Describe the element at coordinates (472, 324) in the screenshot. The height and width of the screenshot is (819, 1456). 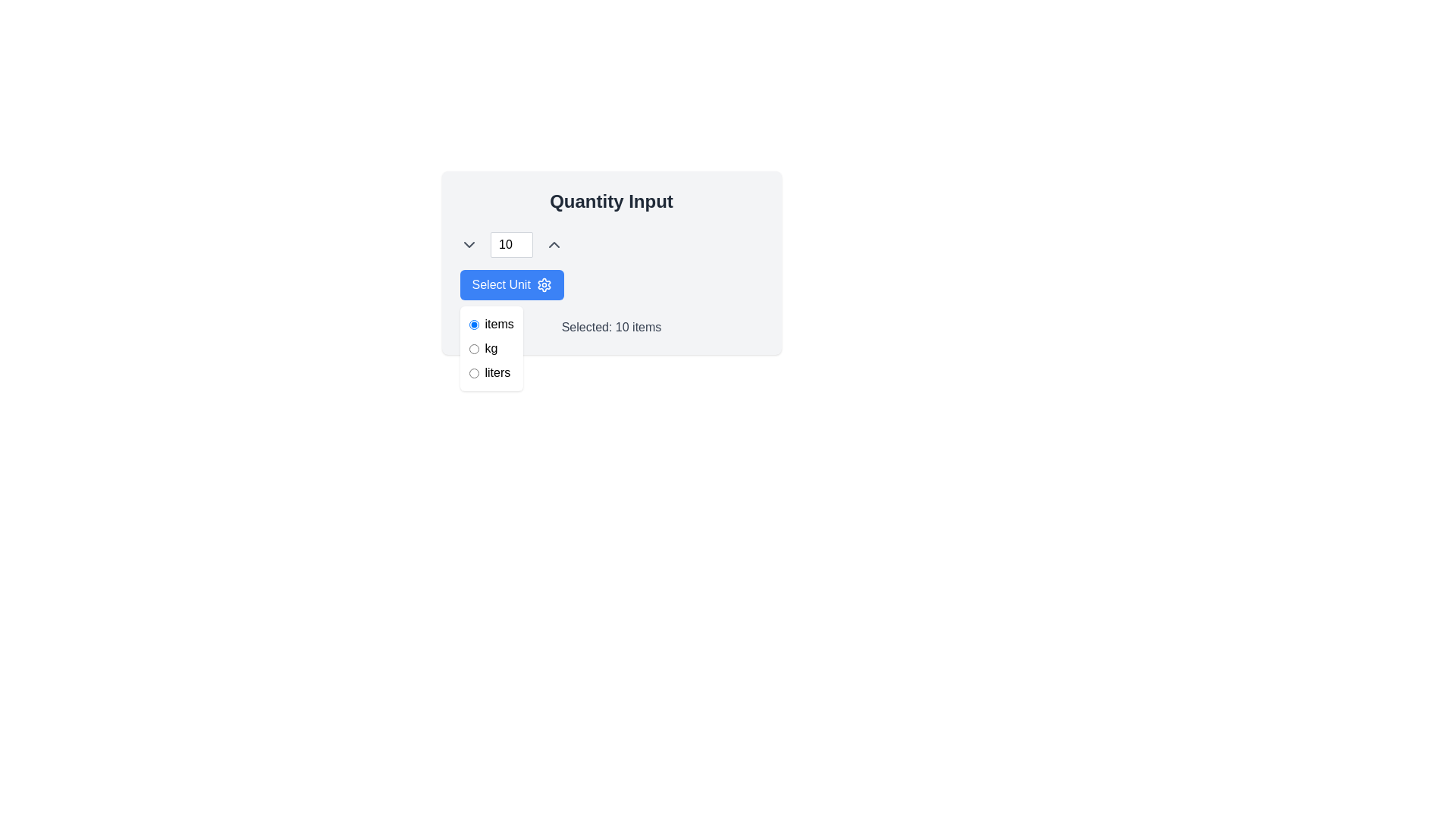
I see `the radio button located to the left of the text label 'items'` at that location.